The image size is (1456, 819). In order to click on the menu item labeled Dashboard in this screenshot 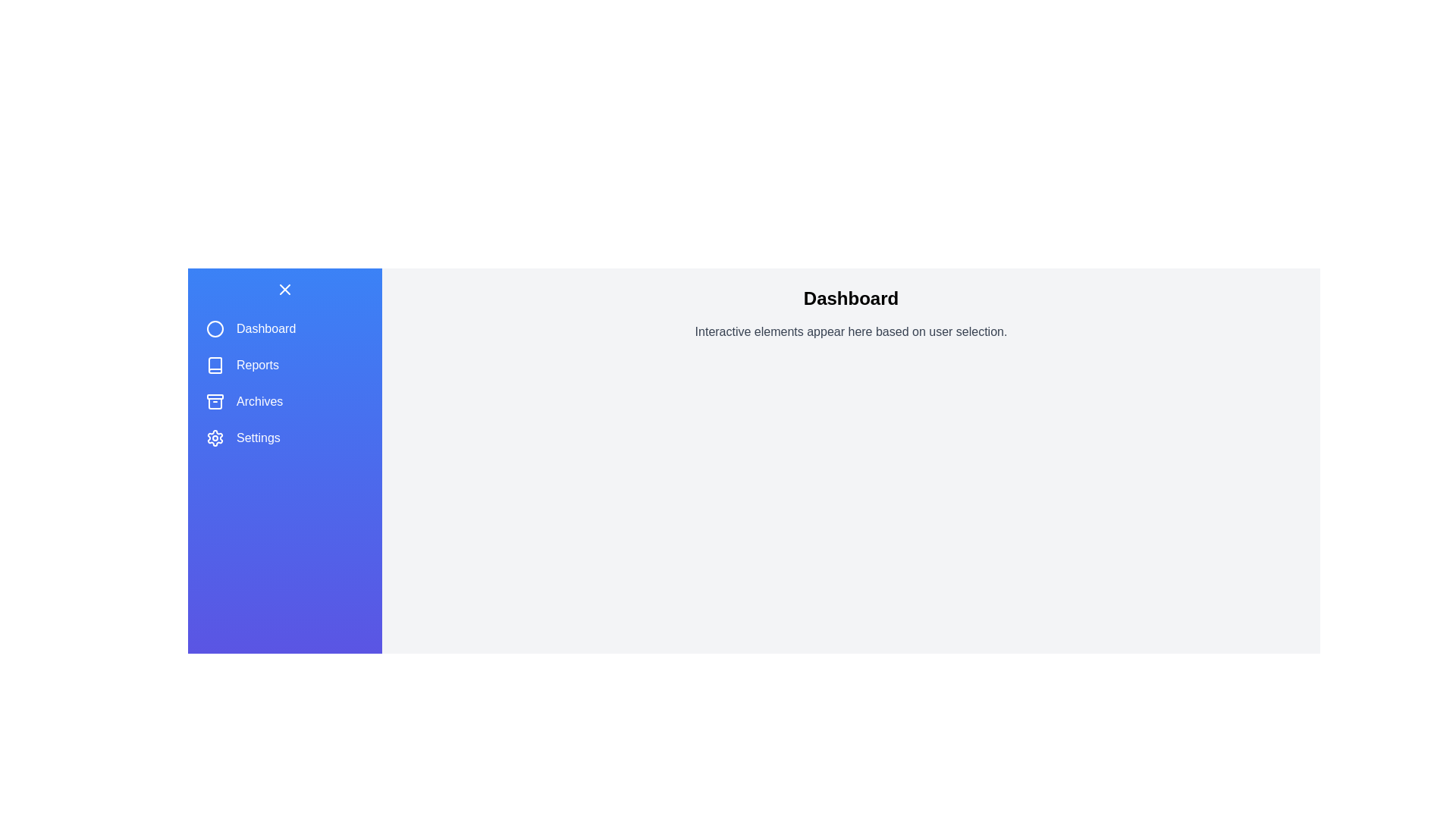, I will do `click(284, 328)`.